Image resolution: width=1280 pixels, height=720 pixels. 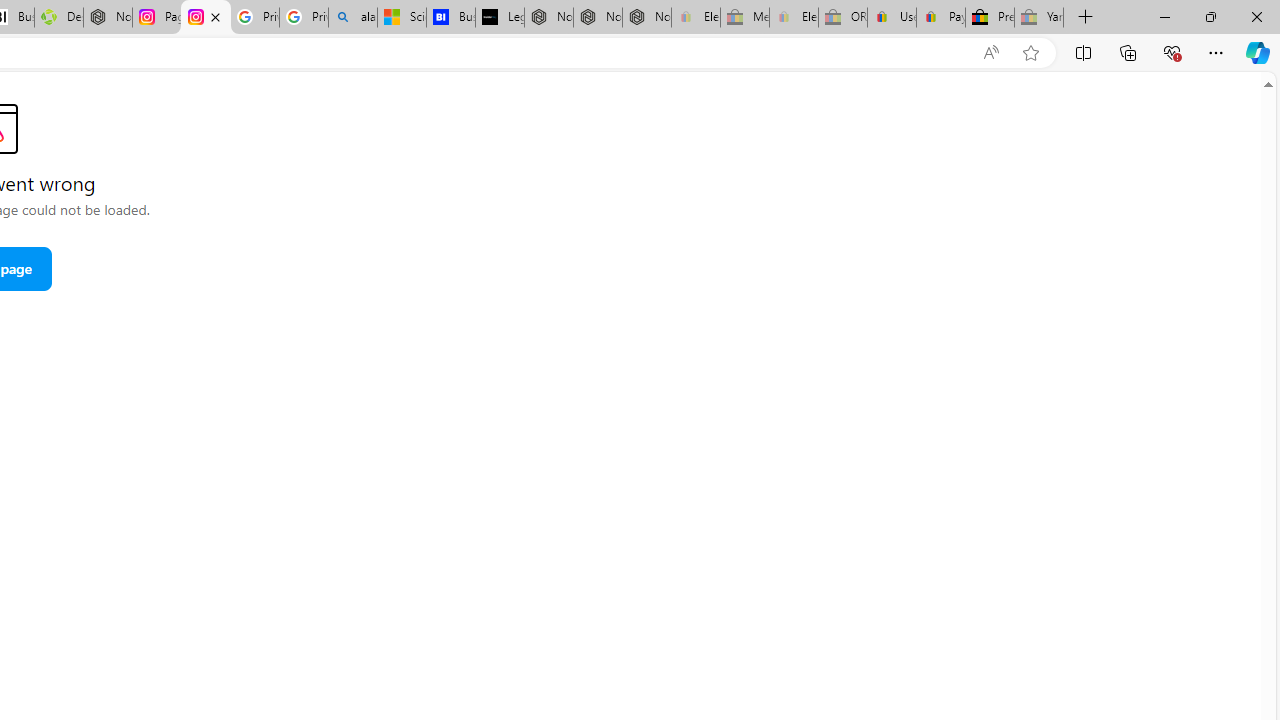 I want to click on 'alabama high school quarterback dies - Search', so click(x=353, y=17).